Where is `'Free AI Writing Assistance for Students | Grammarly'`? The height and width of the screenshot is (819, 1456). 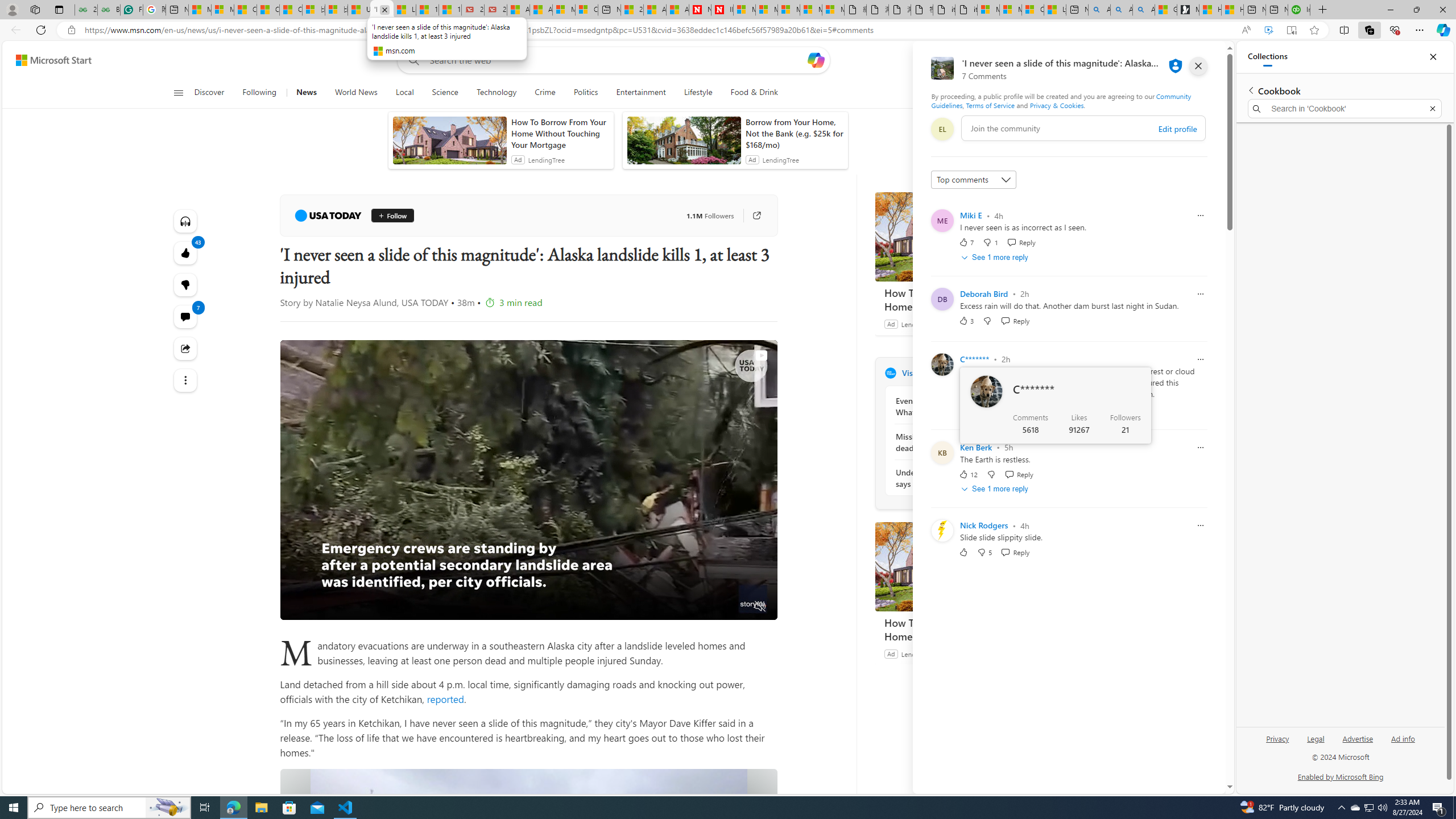
'Free AI Writing Assistance for Students | Grammarly' is located at coordinates (131, 9).